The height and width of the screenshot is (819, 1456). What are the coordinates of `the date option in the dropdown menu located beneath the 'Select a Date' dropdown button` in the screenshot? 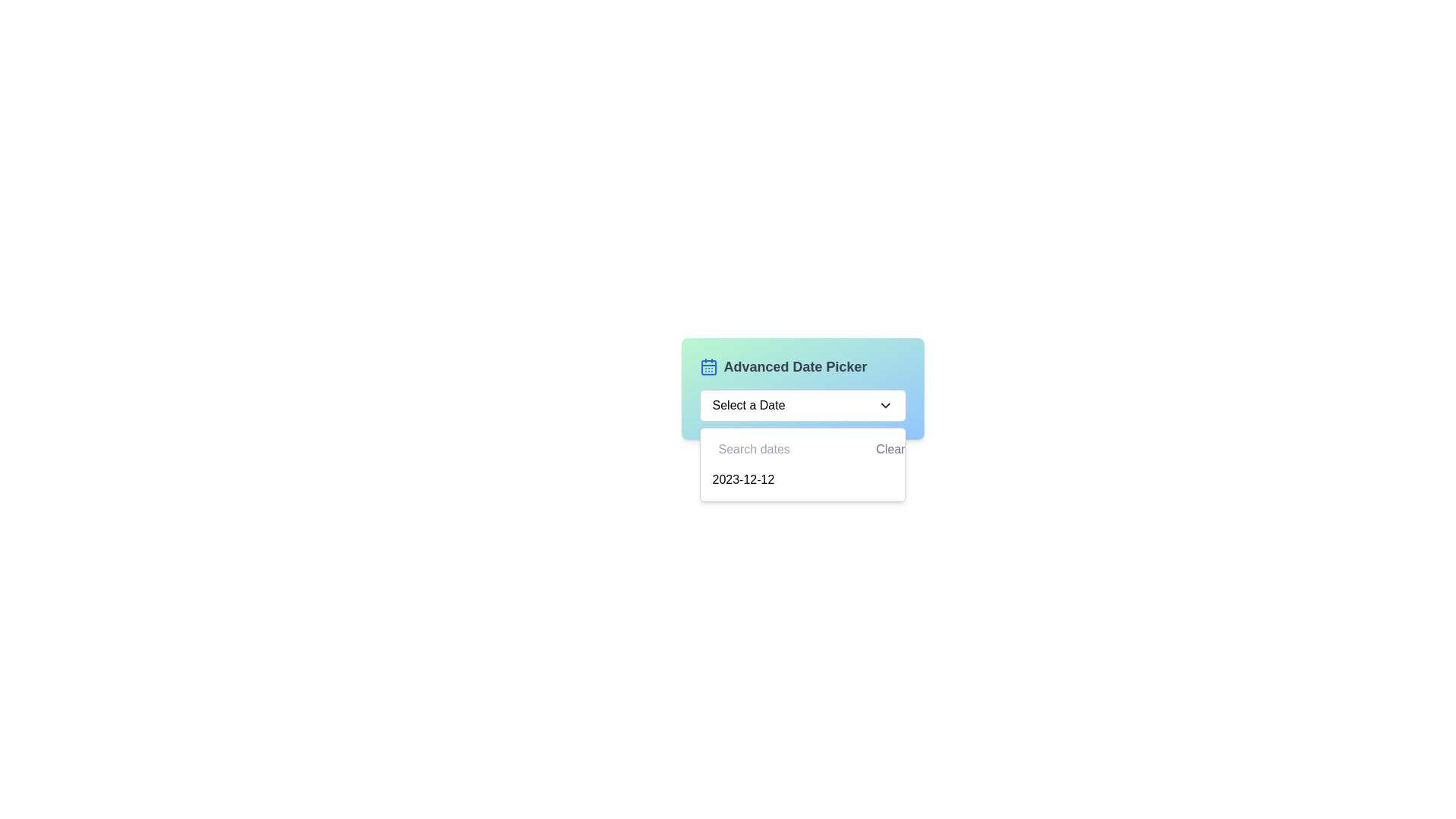 It's located at (802, 464).